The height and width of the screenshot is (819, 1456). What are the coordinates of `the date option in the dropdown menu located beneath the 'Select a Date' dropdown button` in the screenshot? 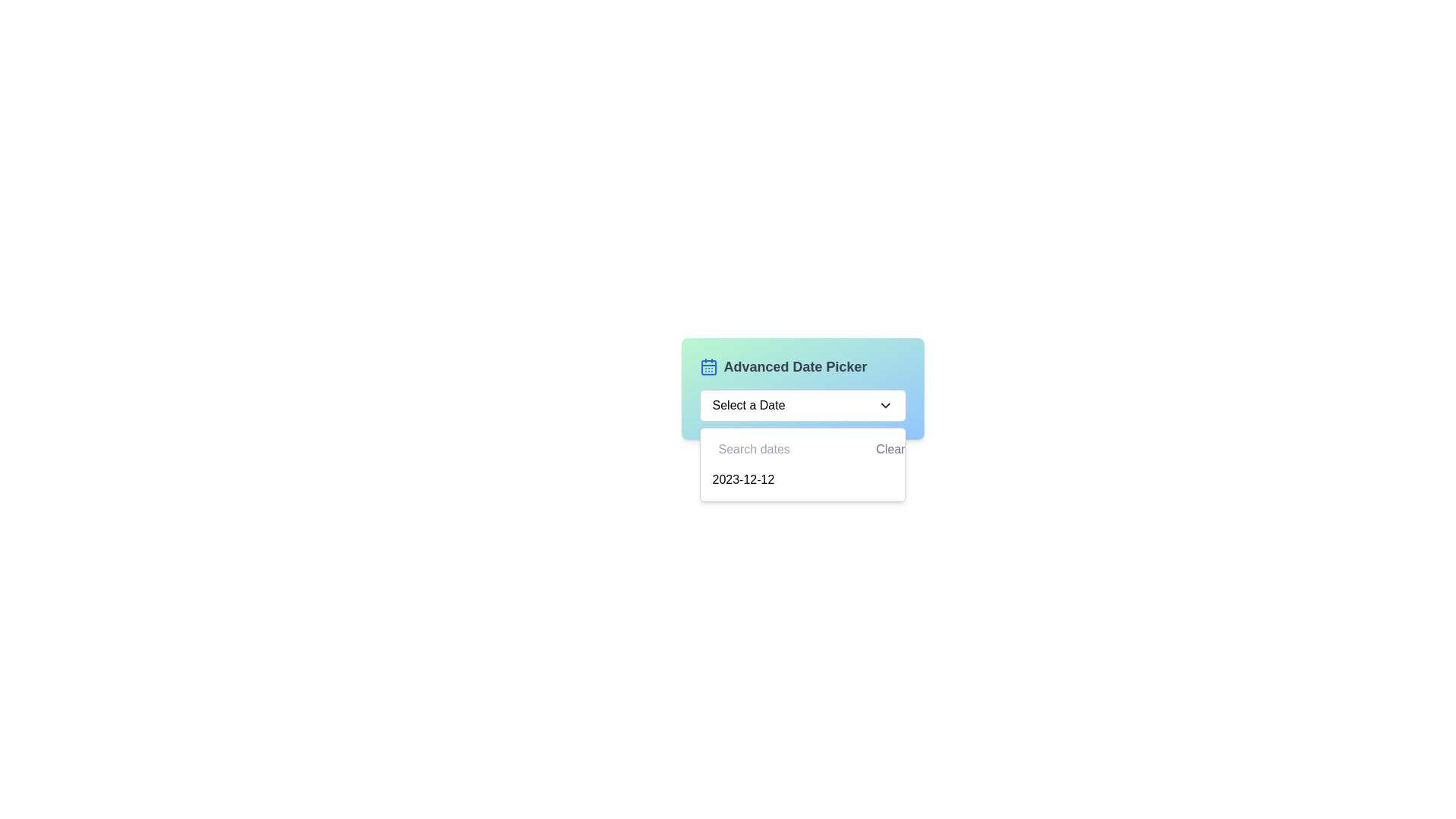 It's located at (802, 464).